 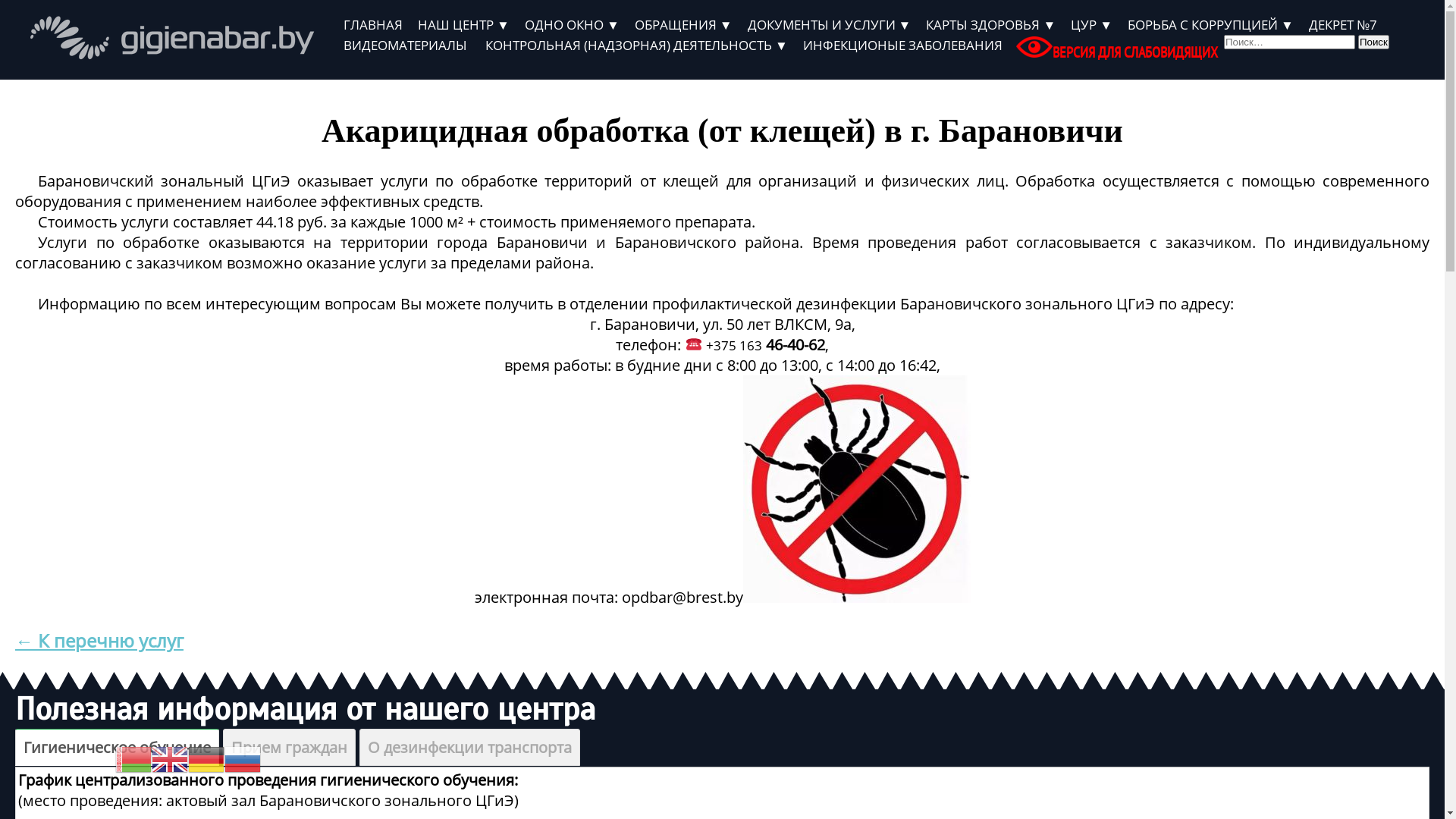 What do you see at coordinates (243, 758) in the screenshot?
I see `'Russian'` at bounding box center [243, 758].